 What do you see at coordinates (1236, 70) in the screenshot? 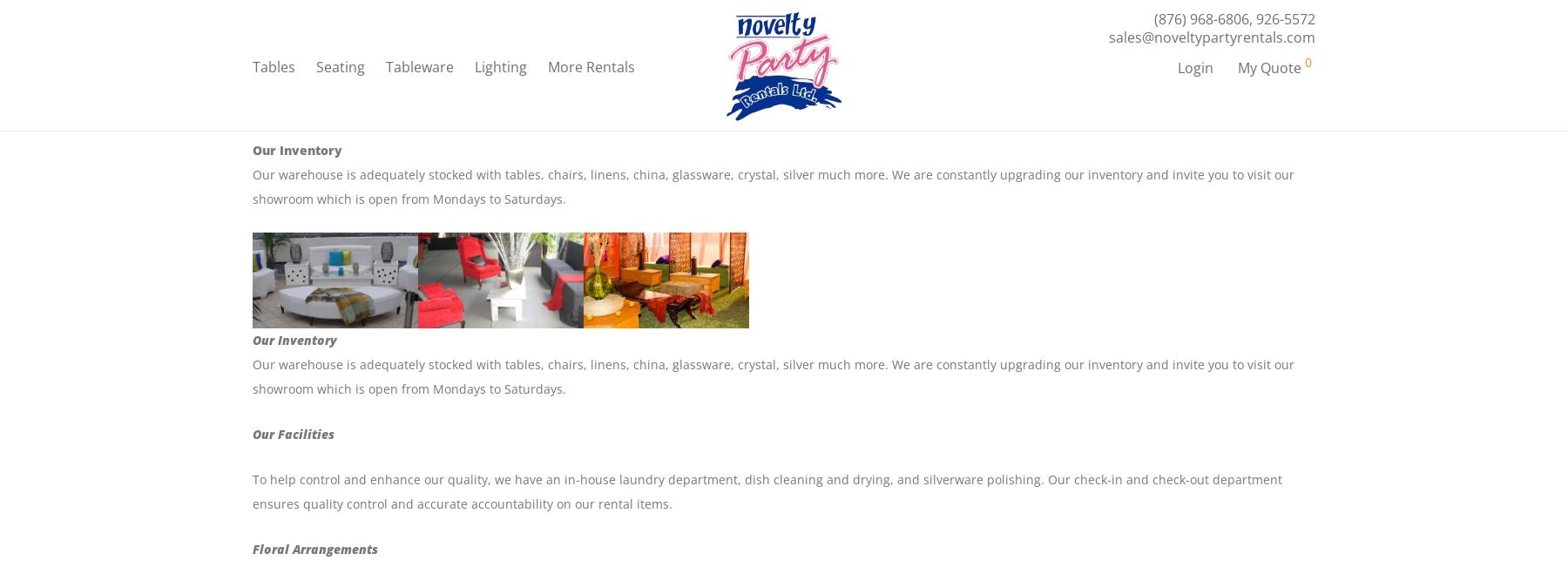
I see `'My Quote'` at bounding box center [1236, 70].